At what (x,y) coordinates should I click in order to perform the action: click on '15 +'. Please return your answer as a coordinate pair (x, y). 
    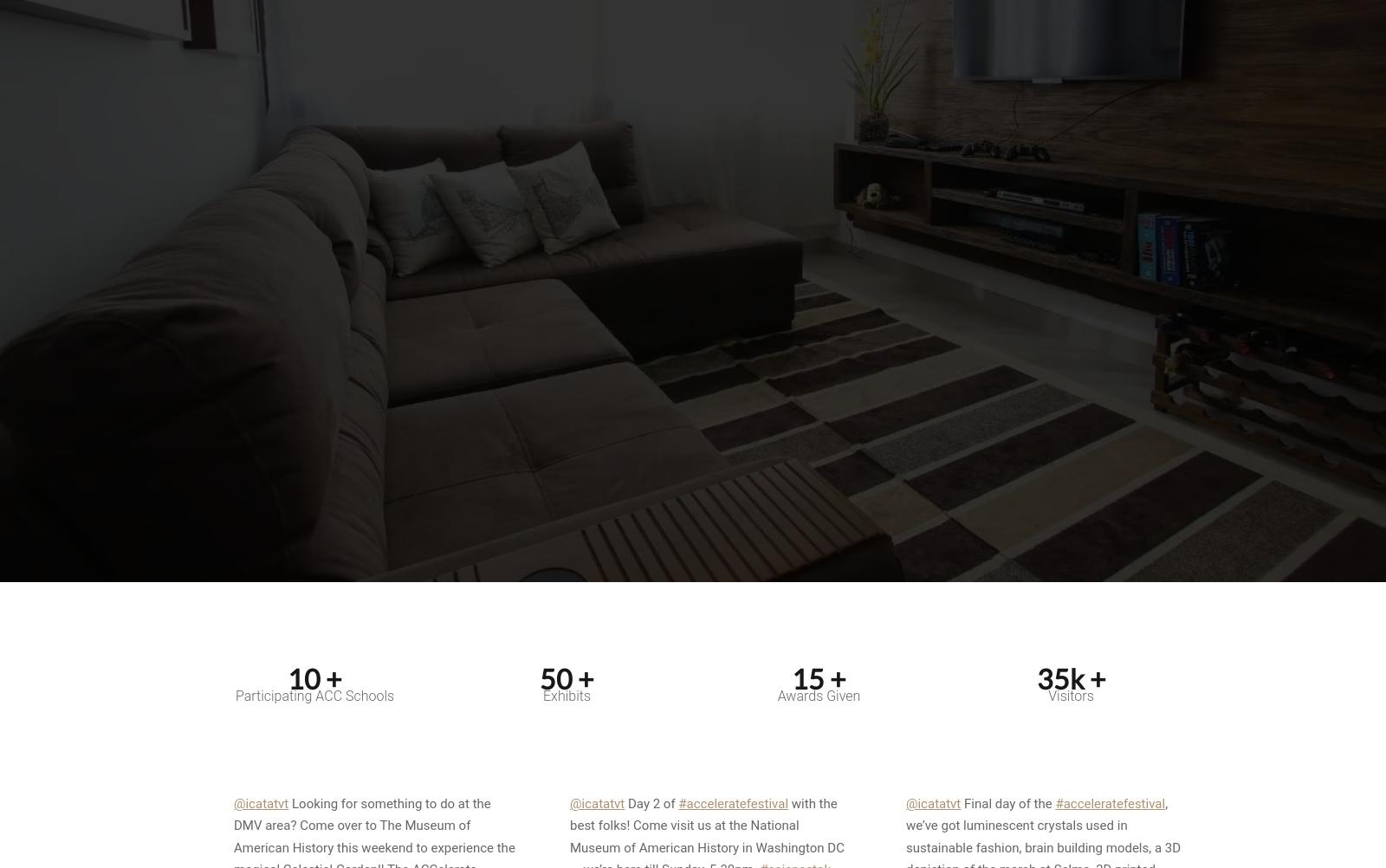
    Looking at the image, I should click on (818, 677).